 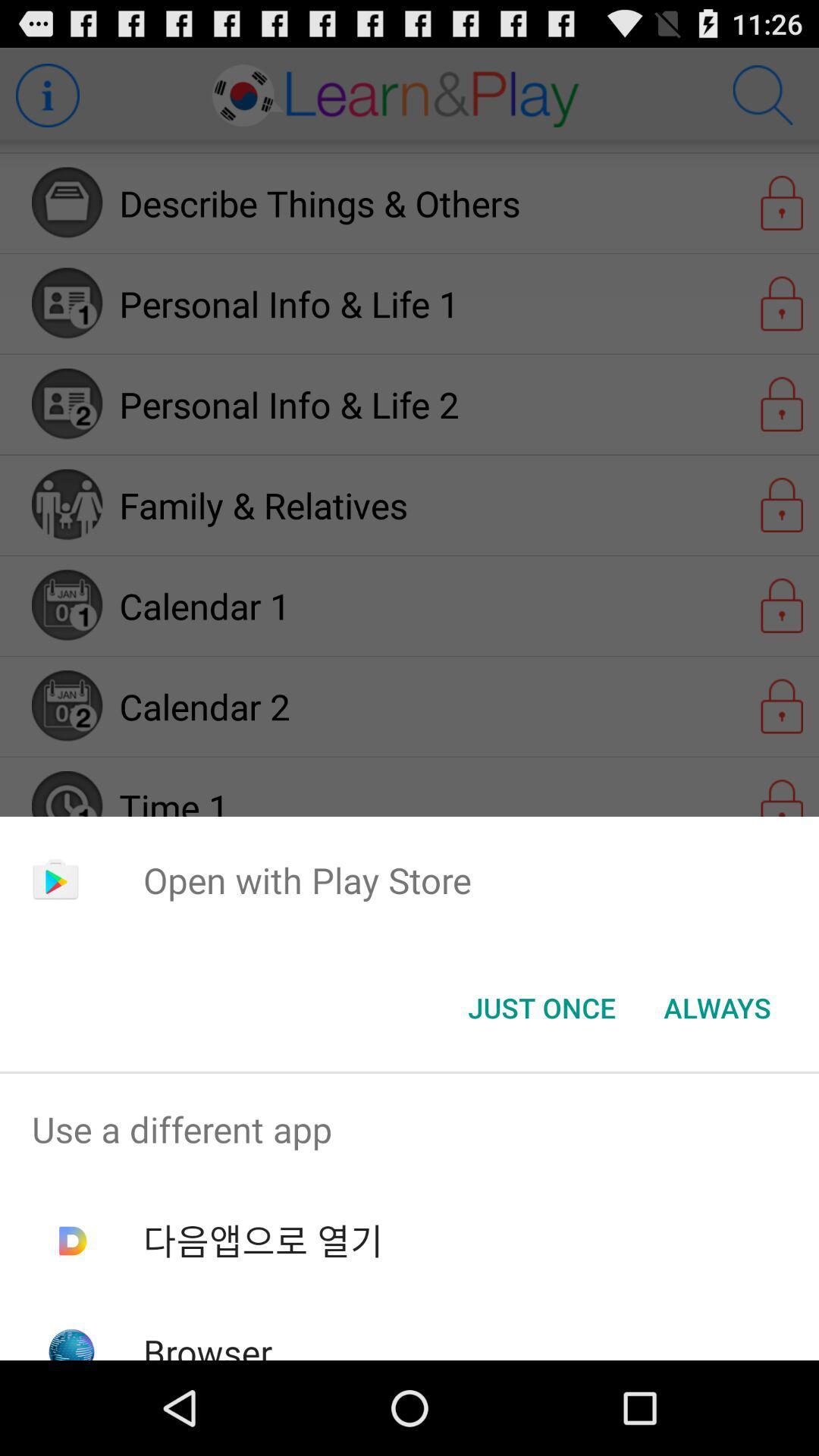 What do you see at coordinates (541, 1008) in the screenshot?
I see `the just once item` at bounding box center [541, 1008].